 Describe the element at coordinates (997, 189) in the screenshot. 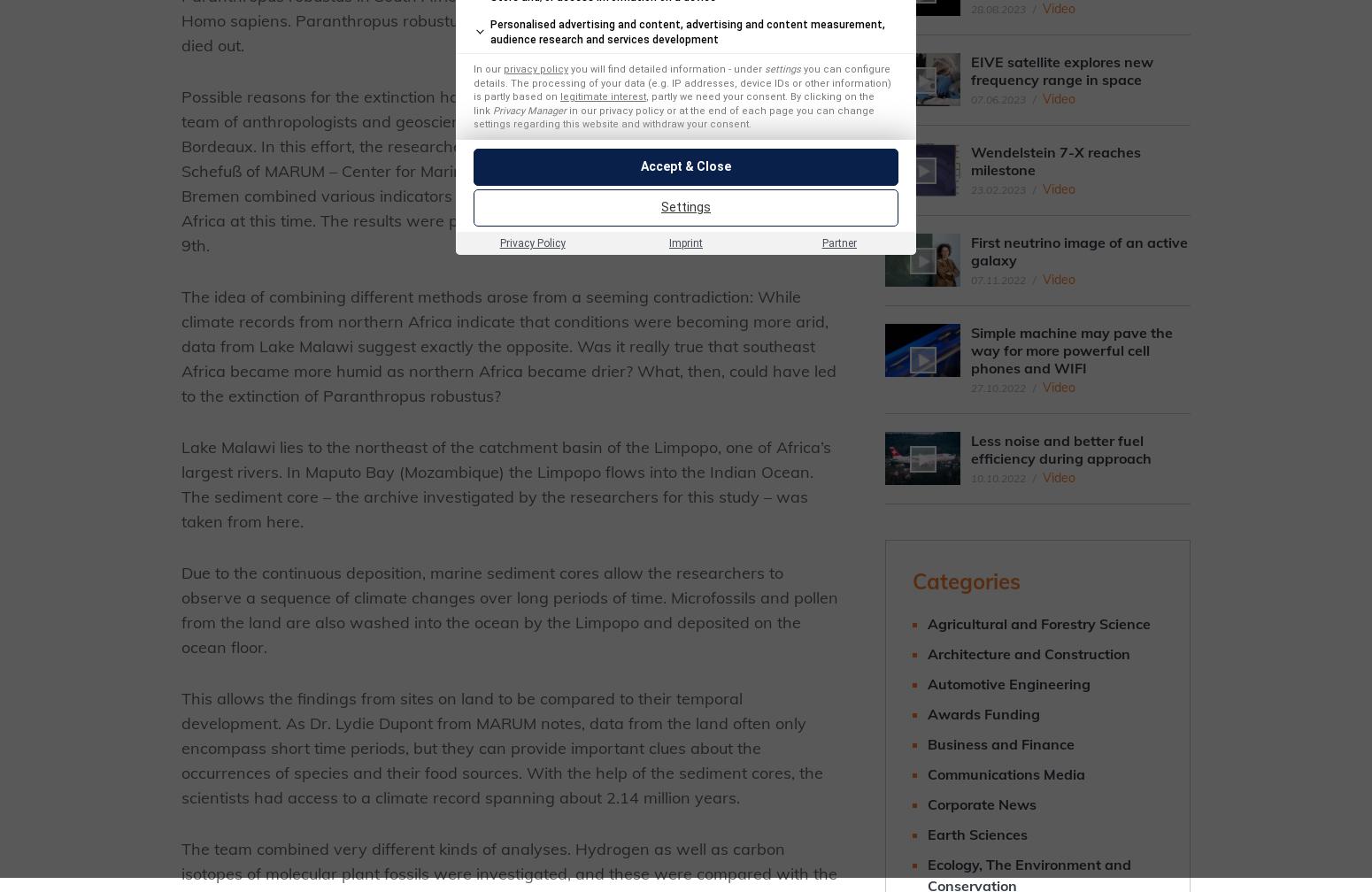

I see `'23.02.2023'` at that location.